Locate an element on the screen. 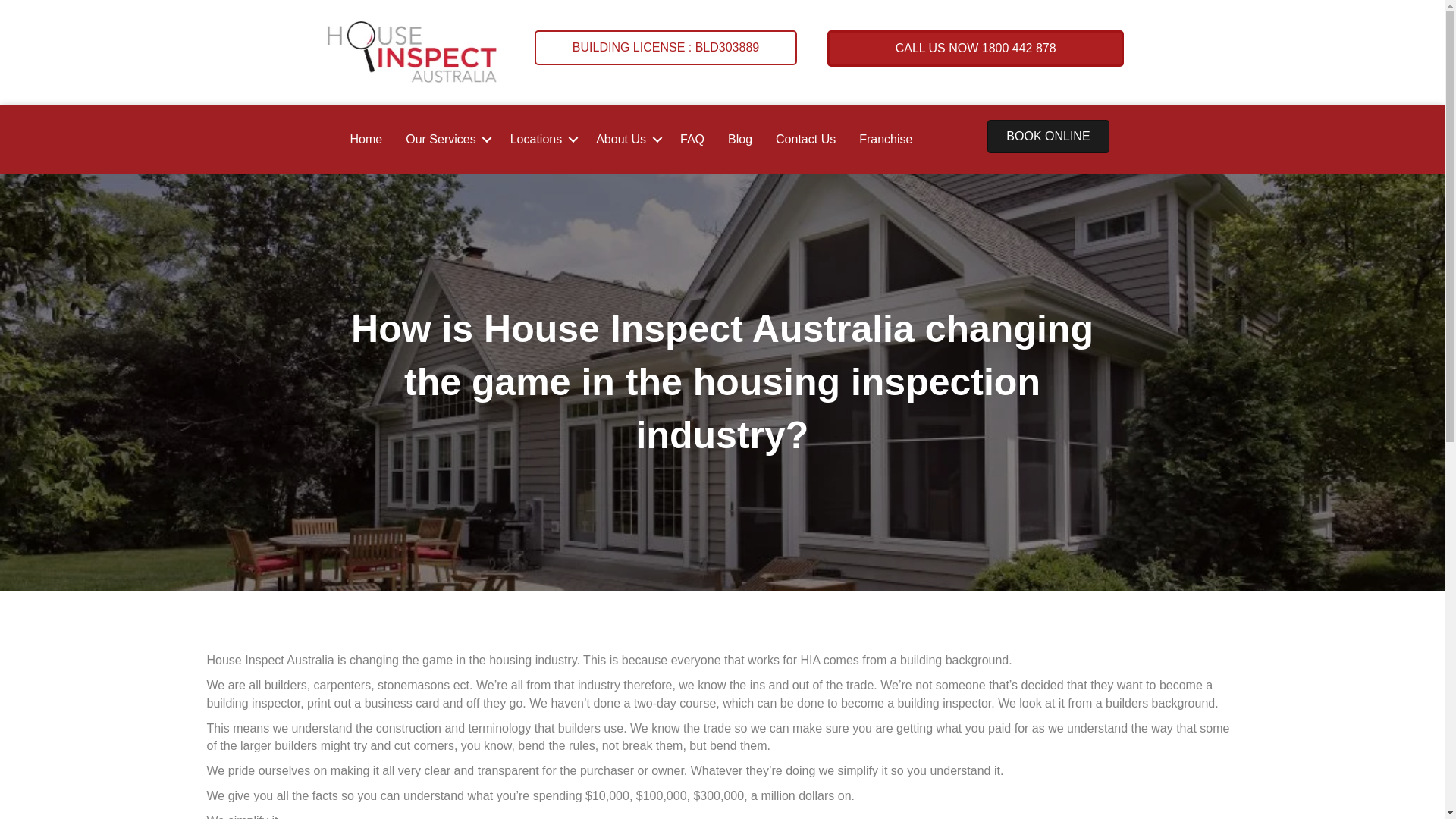 The height and width of the screenshot is (819, 1456). 'Our Services' is located at coordinates (445, 139).